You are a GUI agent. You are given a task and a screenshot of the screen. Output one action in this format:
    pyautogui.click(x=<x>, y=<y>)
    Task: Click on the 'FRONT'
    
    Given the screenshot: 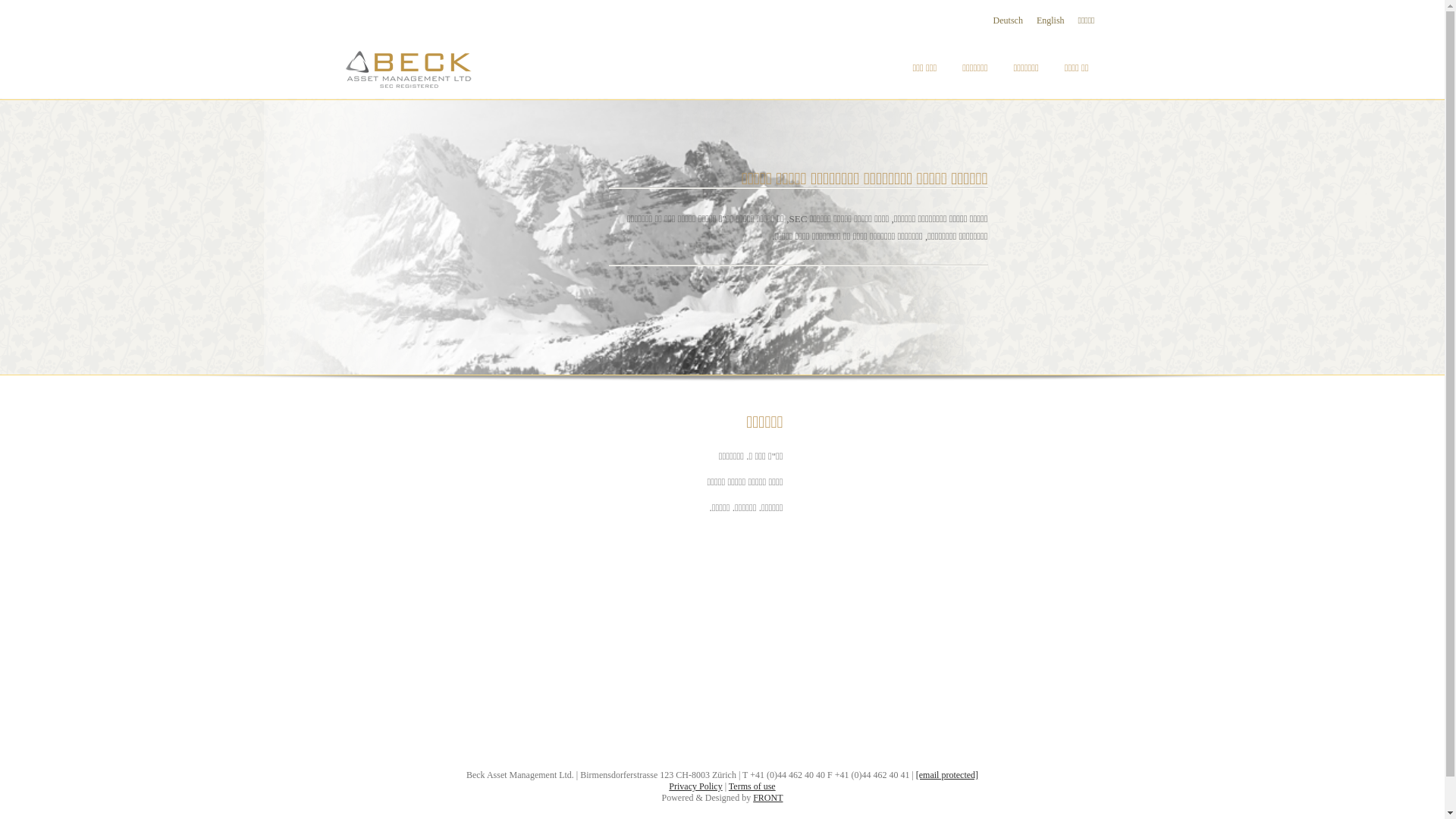 What is the action you would take?
    pyautogui.click(x=767, y=797)
    